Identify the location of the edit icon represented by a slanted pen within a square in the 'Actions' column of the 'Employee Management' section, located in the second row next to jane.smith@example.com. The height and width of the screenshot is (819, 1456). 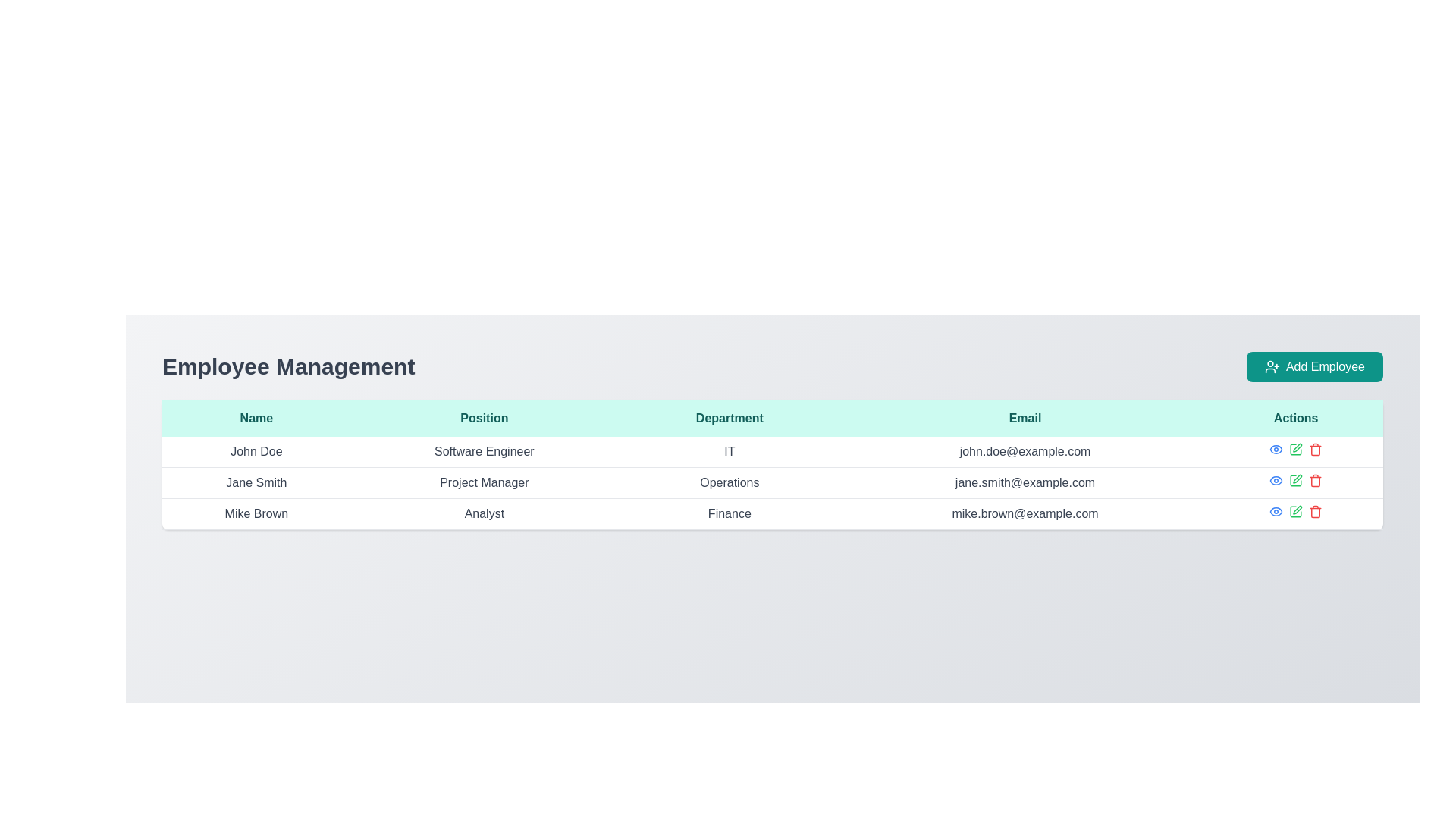
(1297, 479).